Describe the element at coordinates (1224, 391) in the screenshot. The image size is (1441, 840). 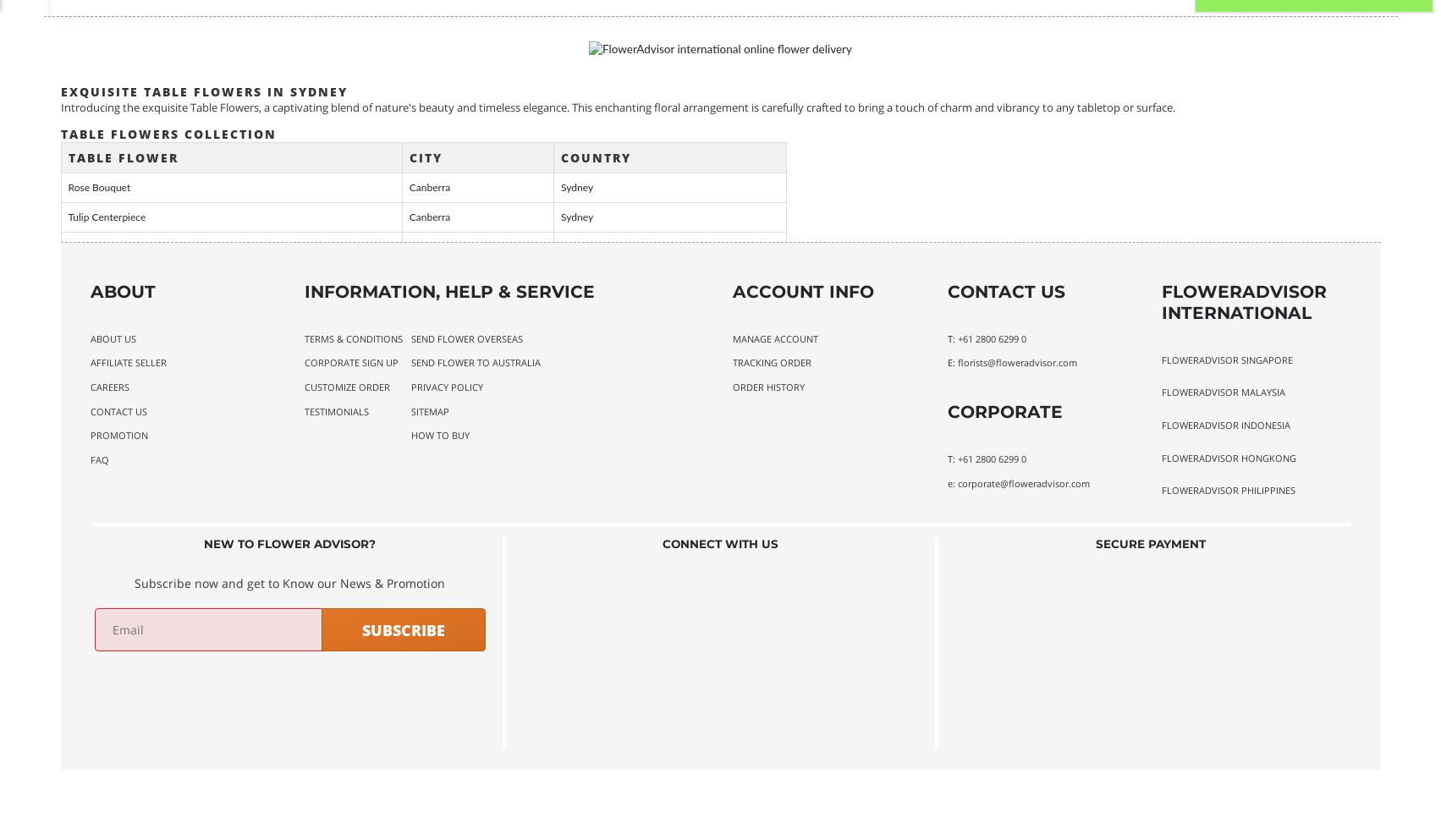
I see `'FlowerAdvisor MALAYSIA'` at that location.